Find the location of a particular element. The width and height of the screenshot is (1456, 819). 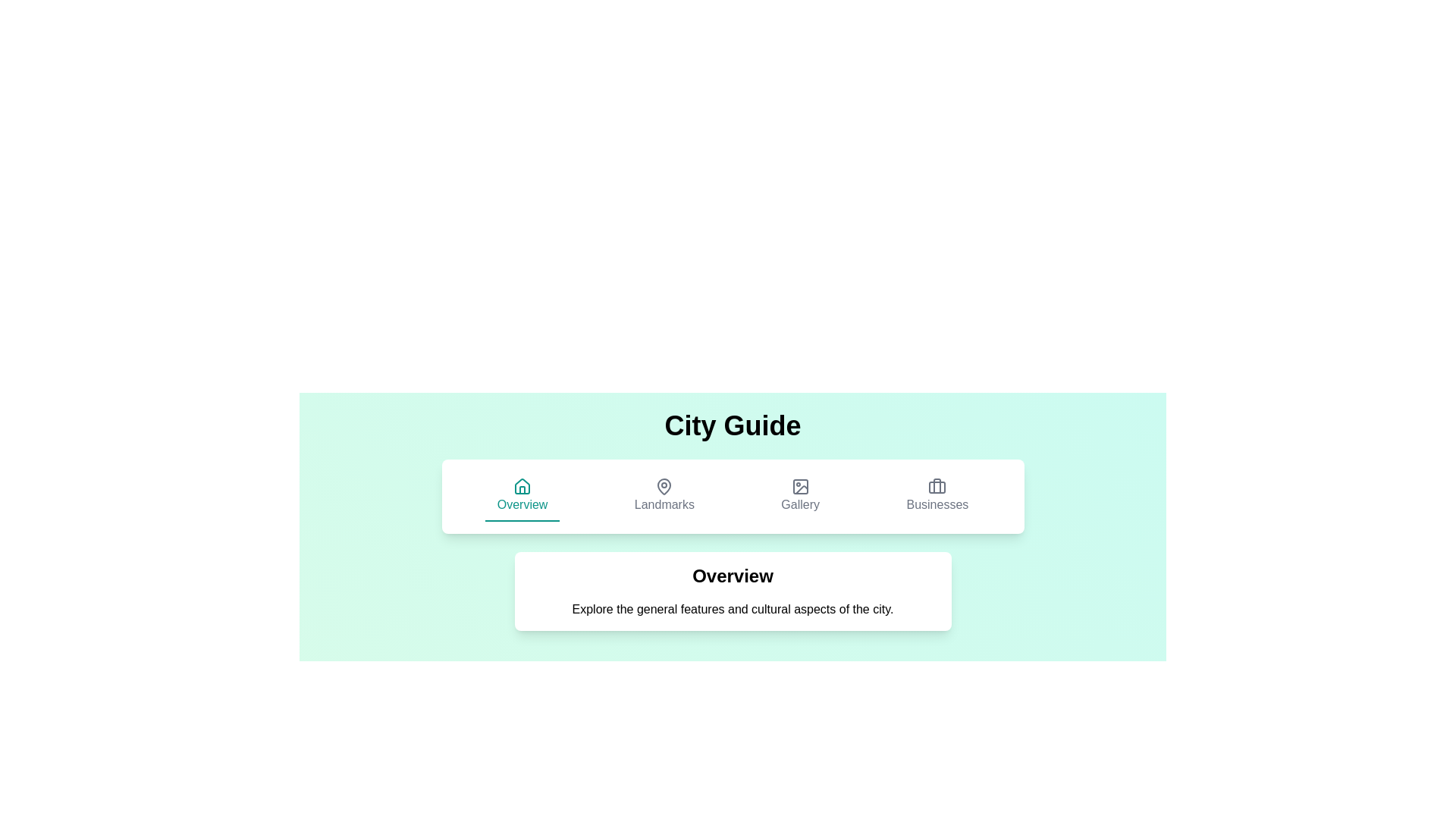

the navigation button labeled 'Businesses' located at the far right of the horizontal bar is located at coordinates (937, 497).